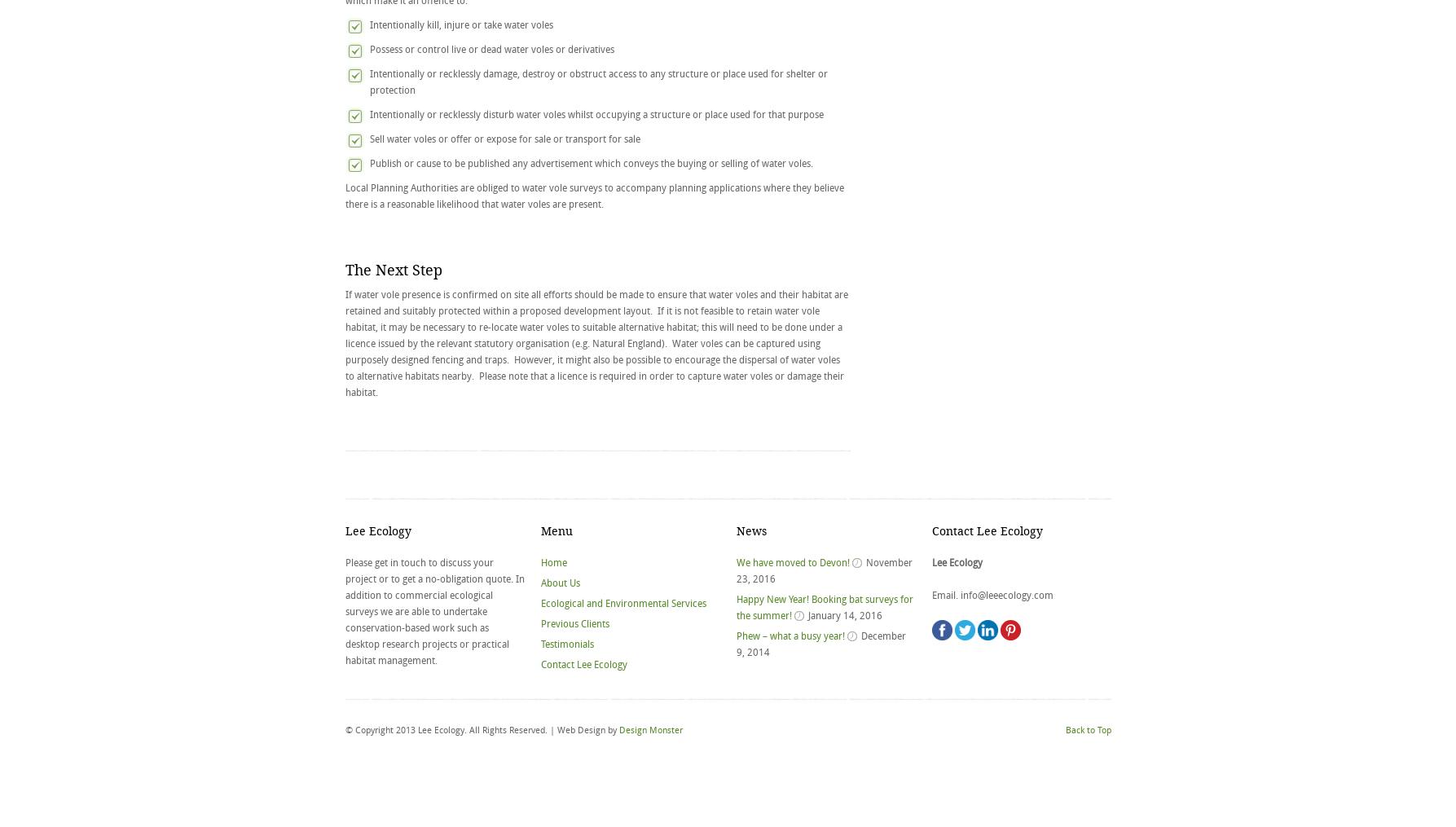  Describe the element at coordinates (555, 530) in the screenshot. I see `'Menu'` at that location.